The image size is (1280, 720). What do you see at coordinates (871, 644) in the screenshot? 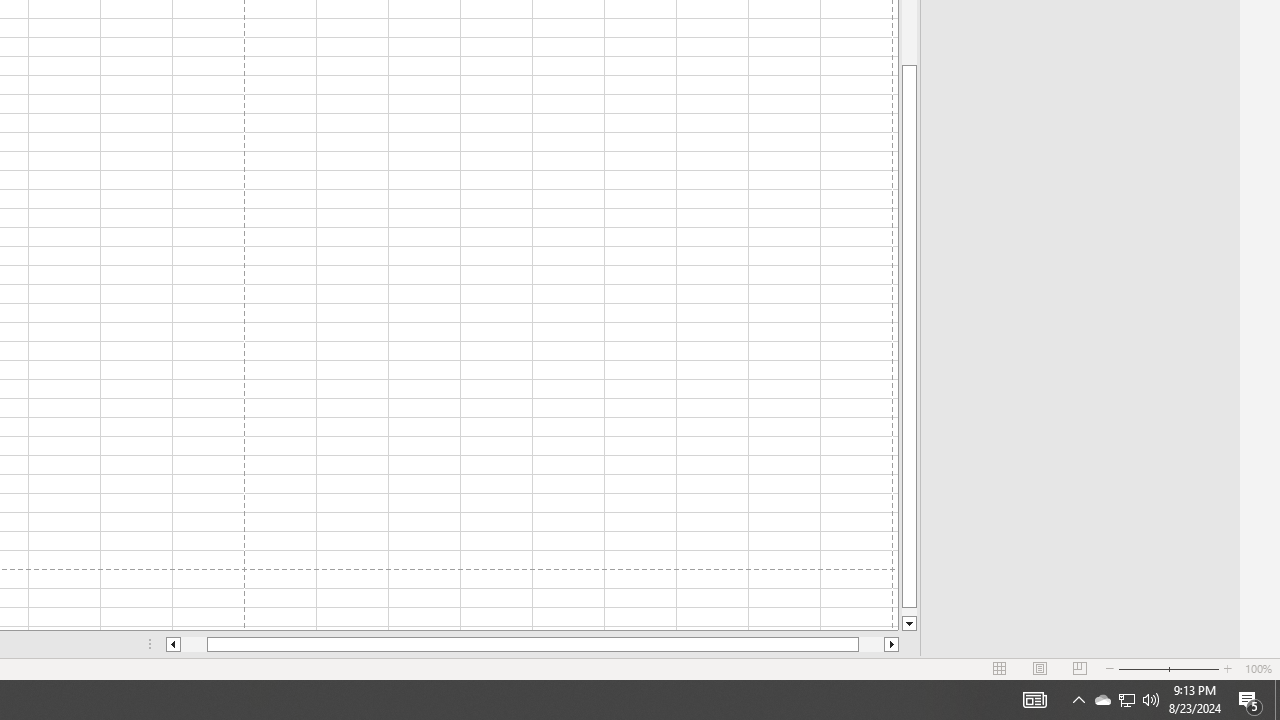
I see `'Page right'` at bounding box center [871, 644].